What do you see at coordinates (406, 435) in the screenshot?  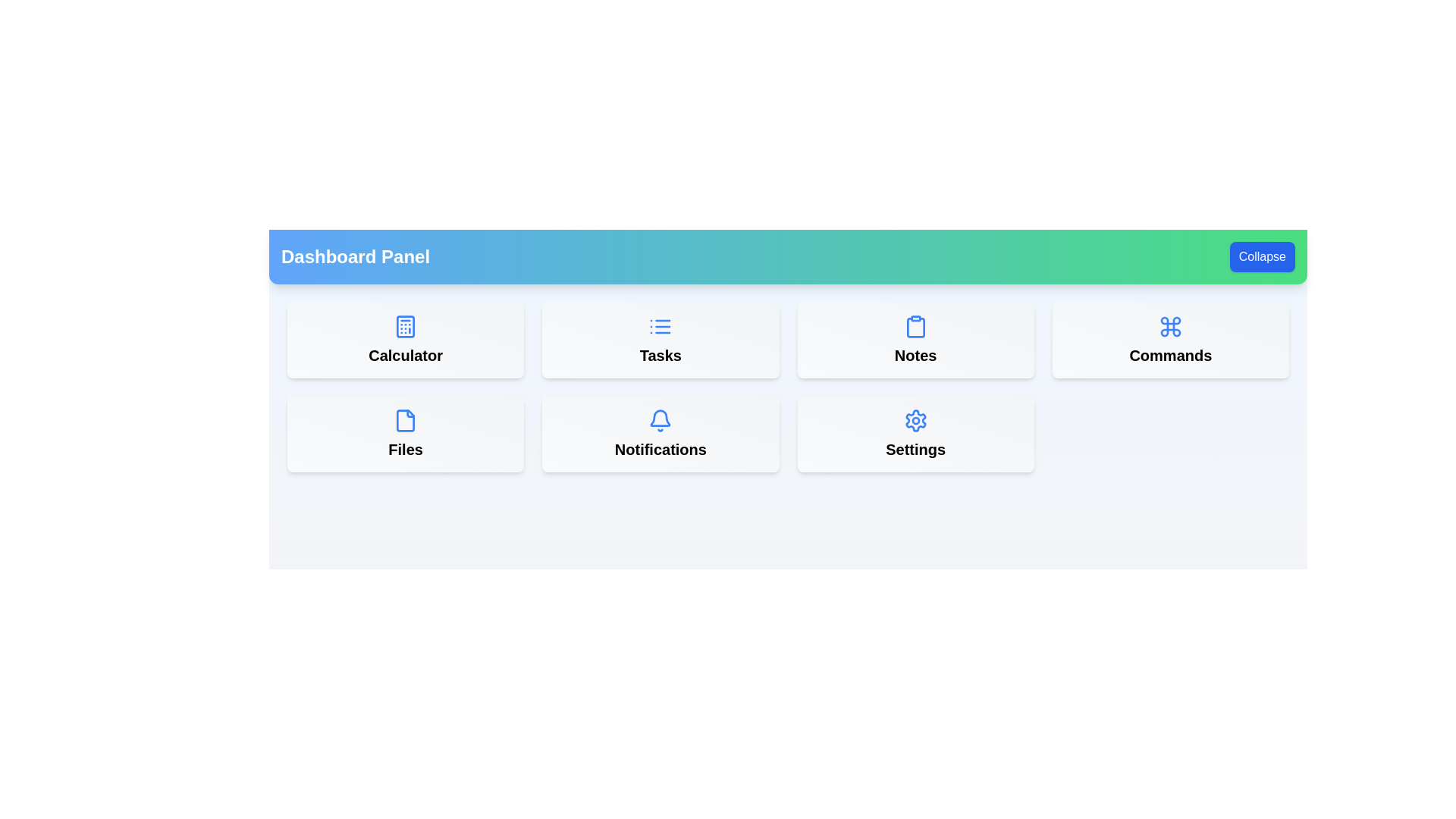 I see `the menu item labeled Files` at bounding box center [406, 435].